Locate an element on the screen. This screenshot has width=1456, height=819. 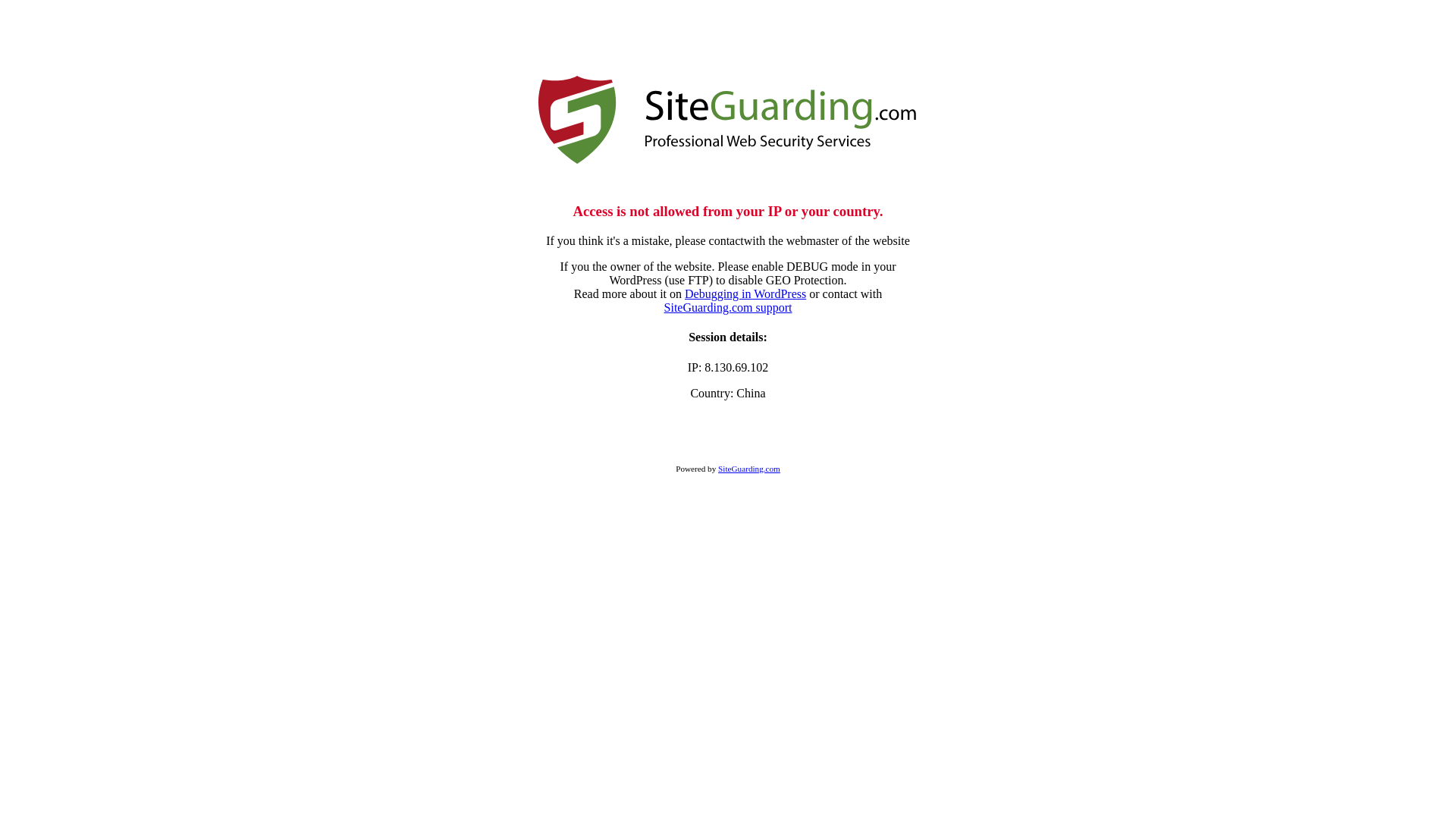
'SiteGuarding.com support' is located at coordinates (728, 307).